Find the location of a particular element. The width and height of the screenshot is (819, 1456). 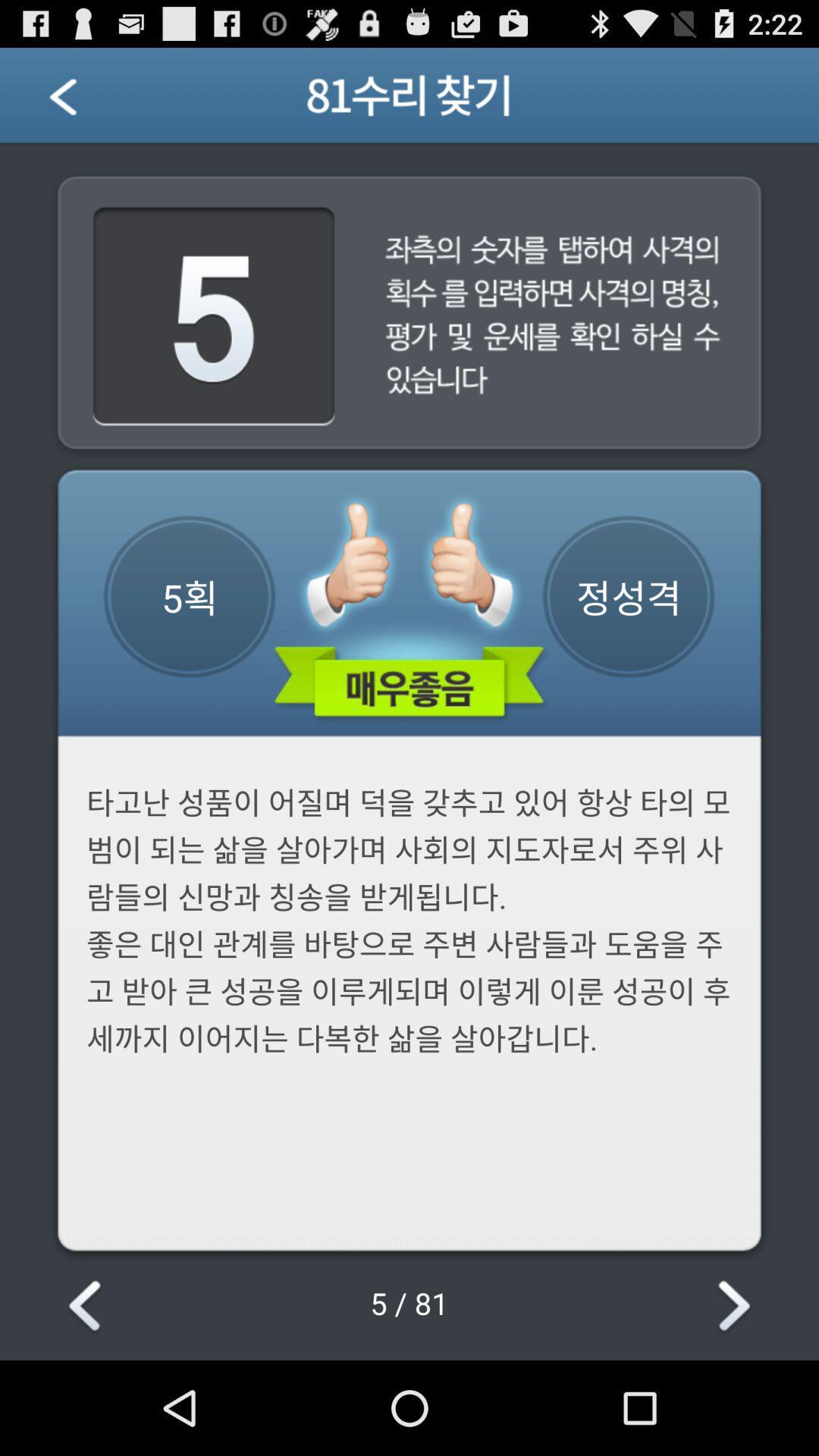

the image which consists of green color information is located at coordinates (409, 609).